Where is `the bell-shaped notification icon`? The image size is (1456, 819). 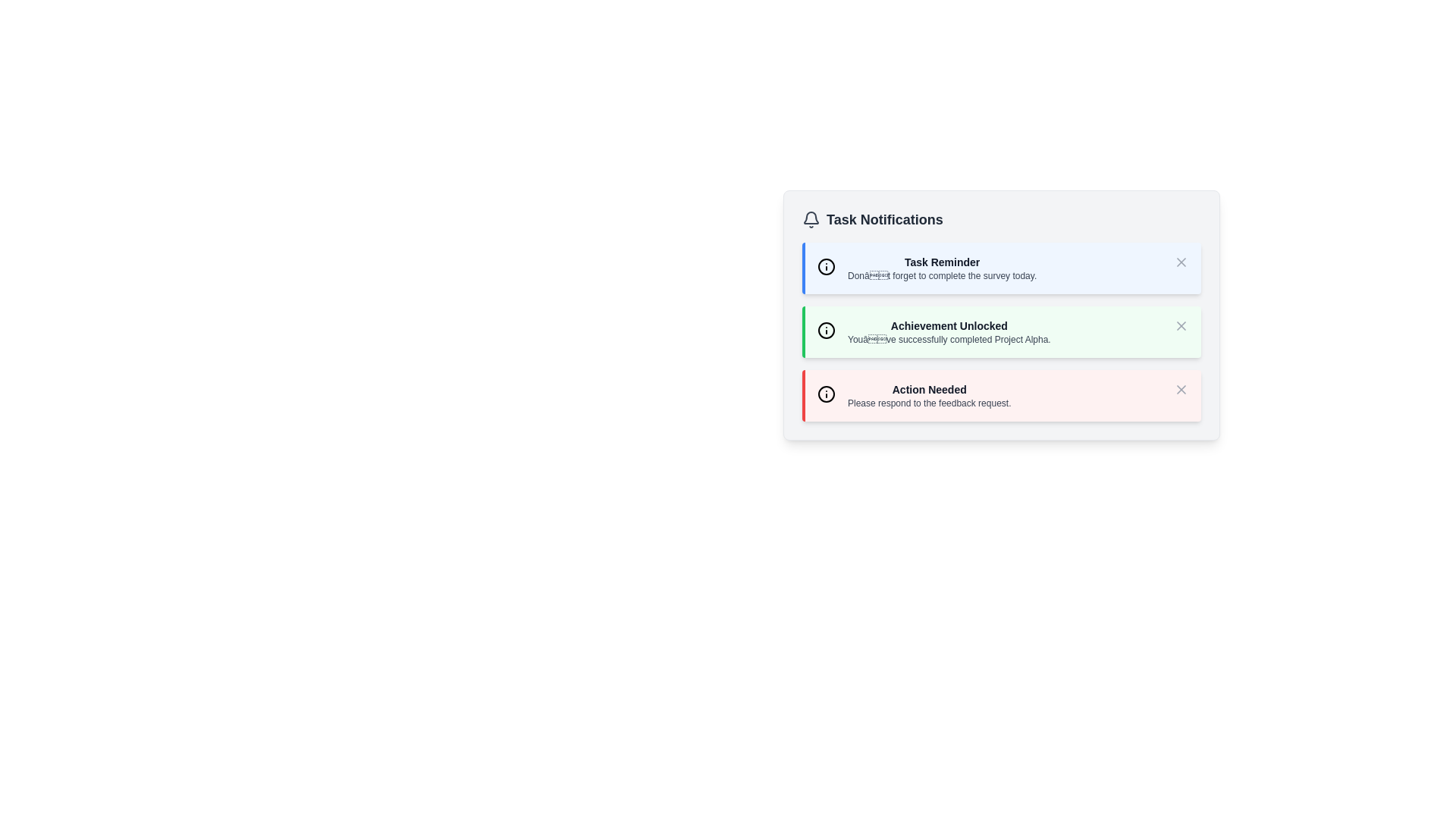
the bell-shaped notification icon is located at coordinates (811, 217).